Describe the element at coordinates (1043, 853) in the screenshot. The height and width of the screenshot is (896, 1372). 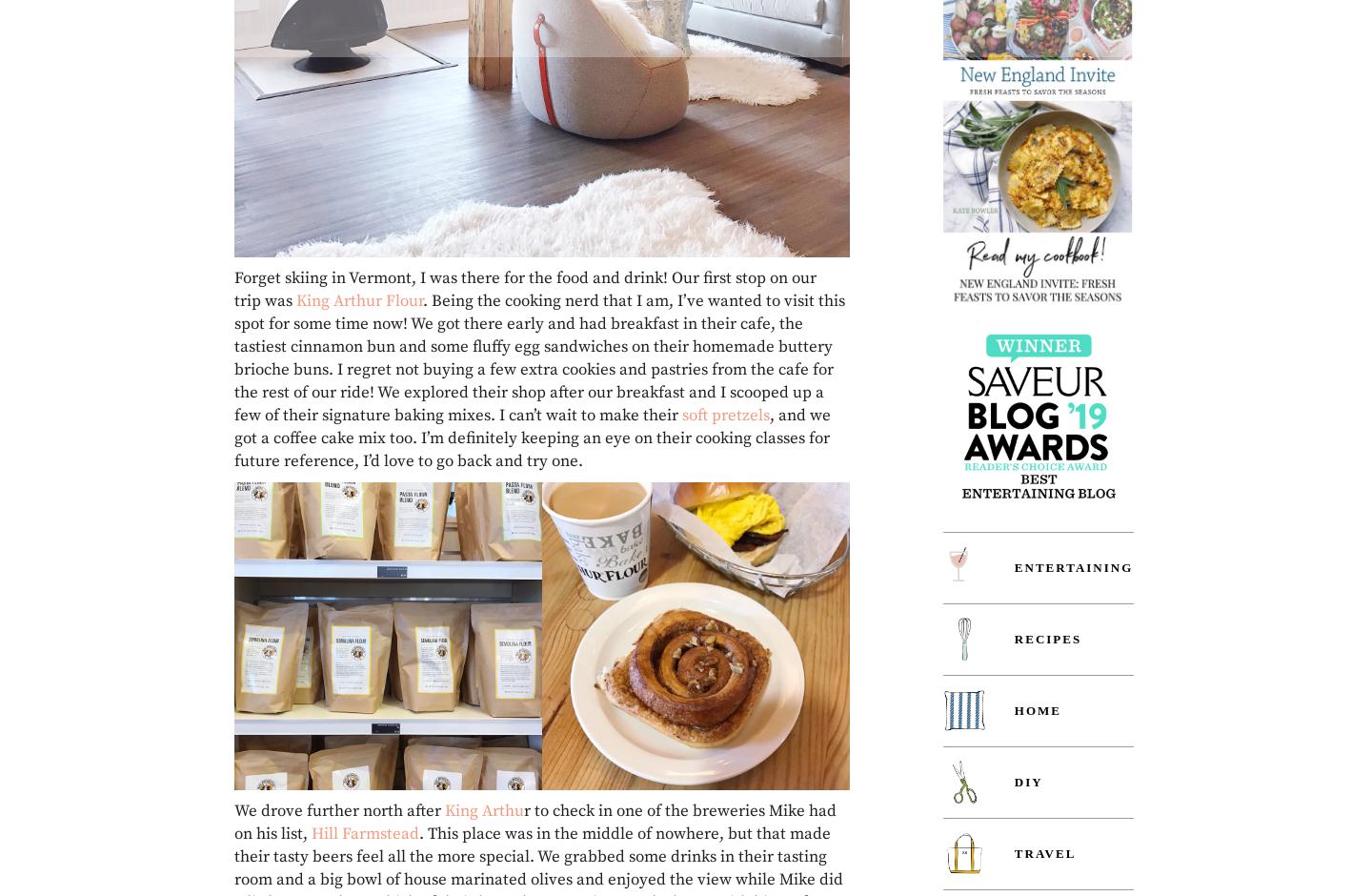
I see `'travel'` at that location.